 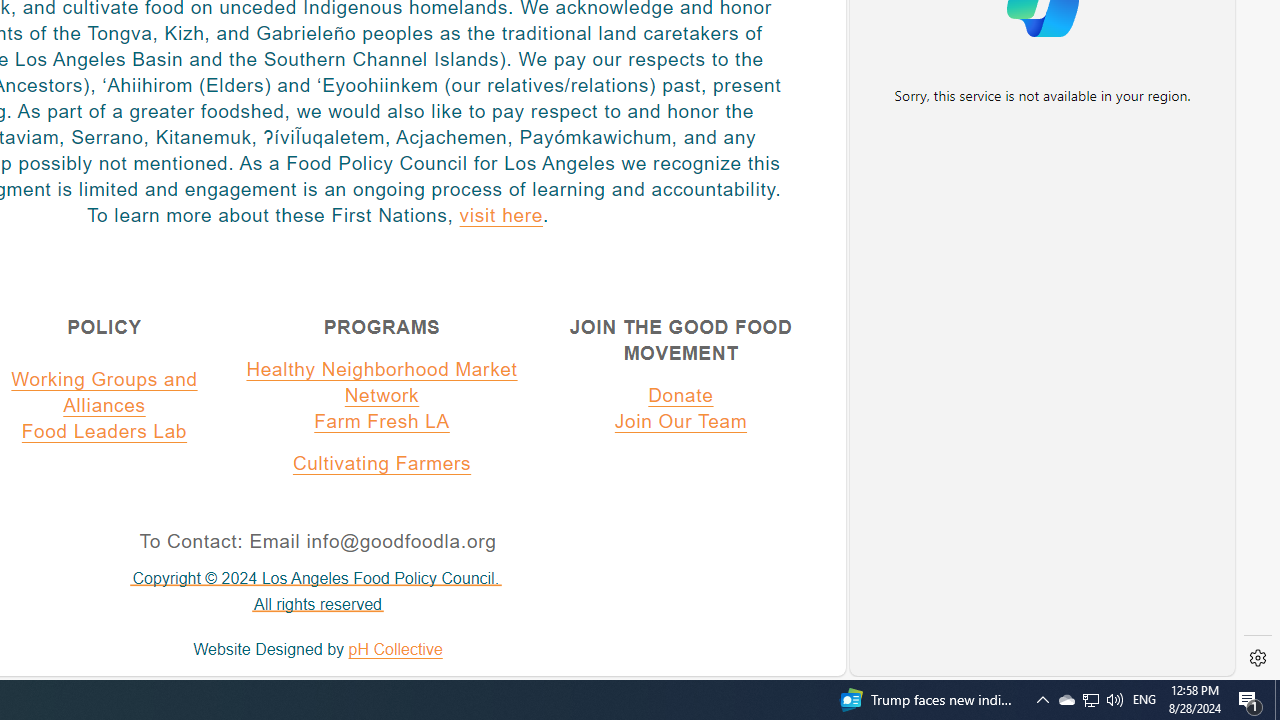 What do you see at coordinates (382, 463) in the screenshot?
I see `'Cultivating Farmers '` at bounding box center [382, 463].